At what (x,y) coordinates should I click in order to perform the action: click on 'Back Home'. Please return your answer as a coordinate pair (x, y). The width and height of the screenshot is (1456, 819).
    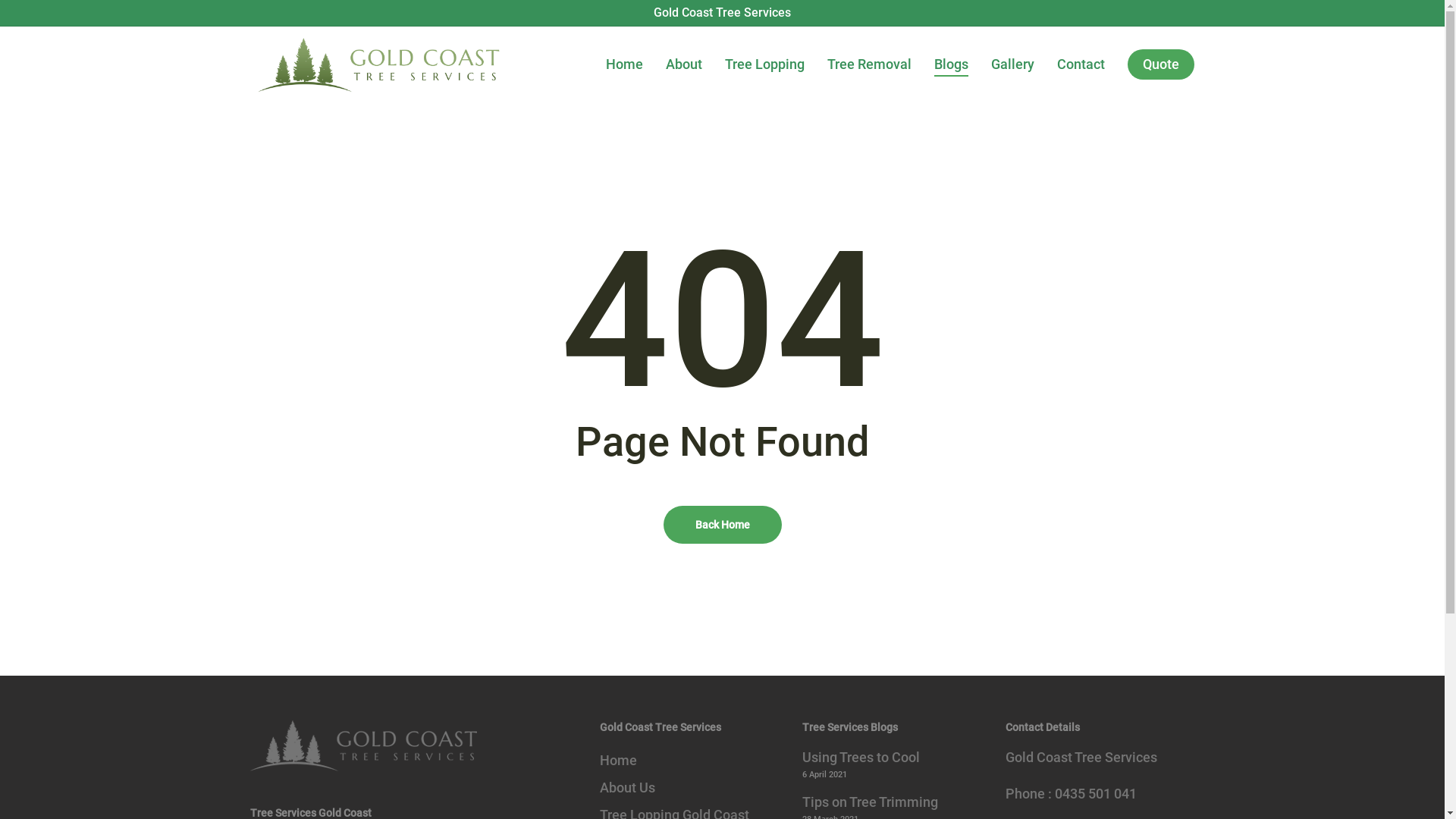
    Looking at the image, I should click on (720, 522).